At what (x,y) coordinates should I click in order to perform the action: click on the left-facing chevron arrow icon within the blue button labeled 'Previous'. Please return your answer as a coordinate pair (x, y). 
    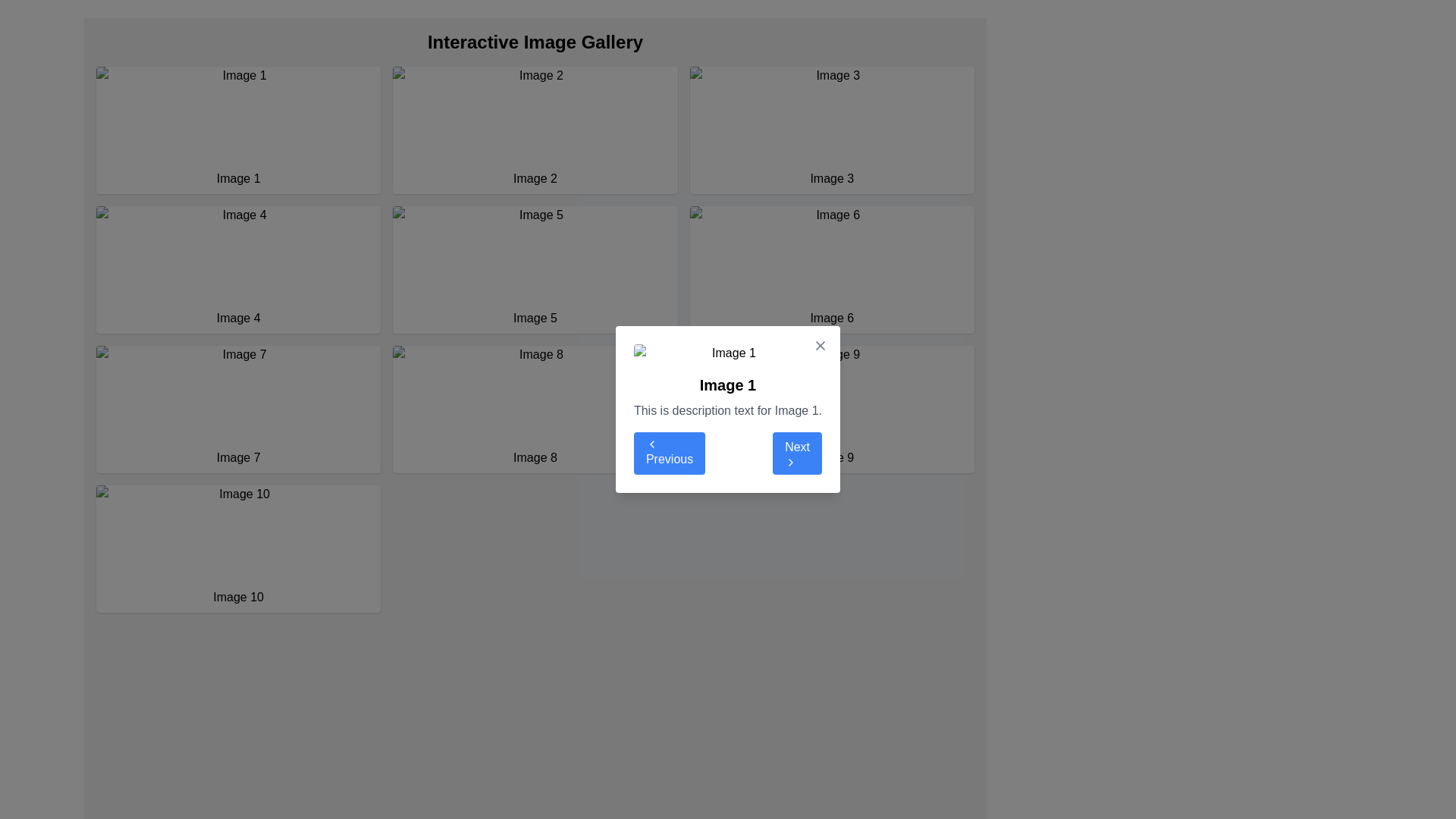
    Looking at the image, I should click on (651, 444).